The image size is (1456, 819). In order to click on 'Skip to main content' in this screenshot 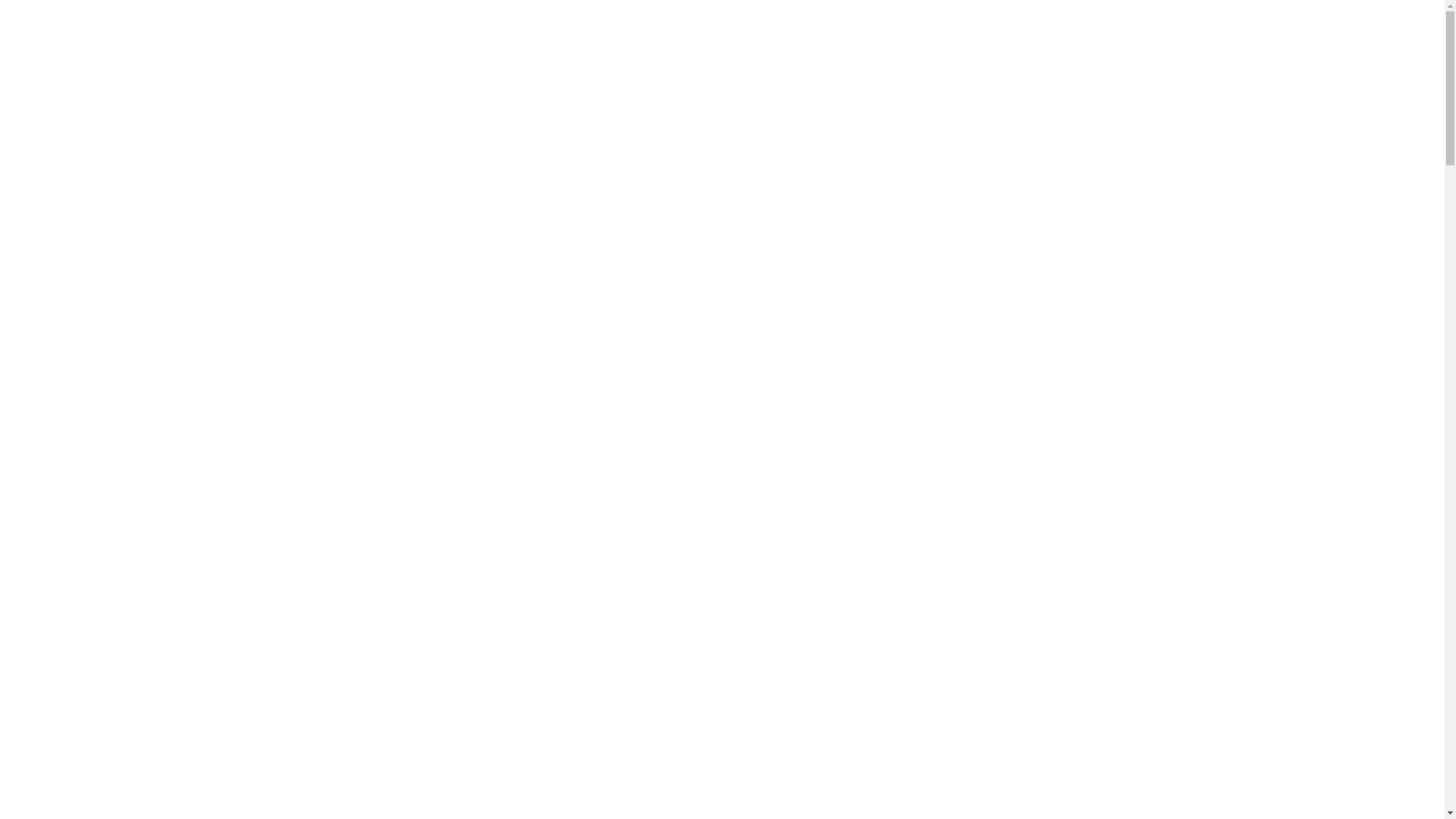, I will do `click(5, 5)`.